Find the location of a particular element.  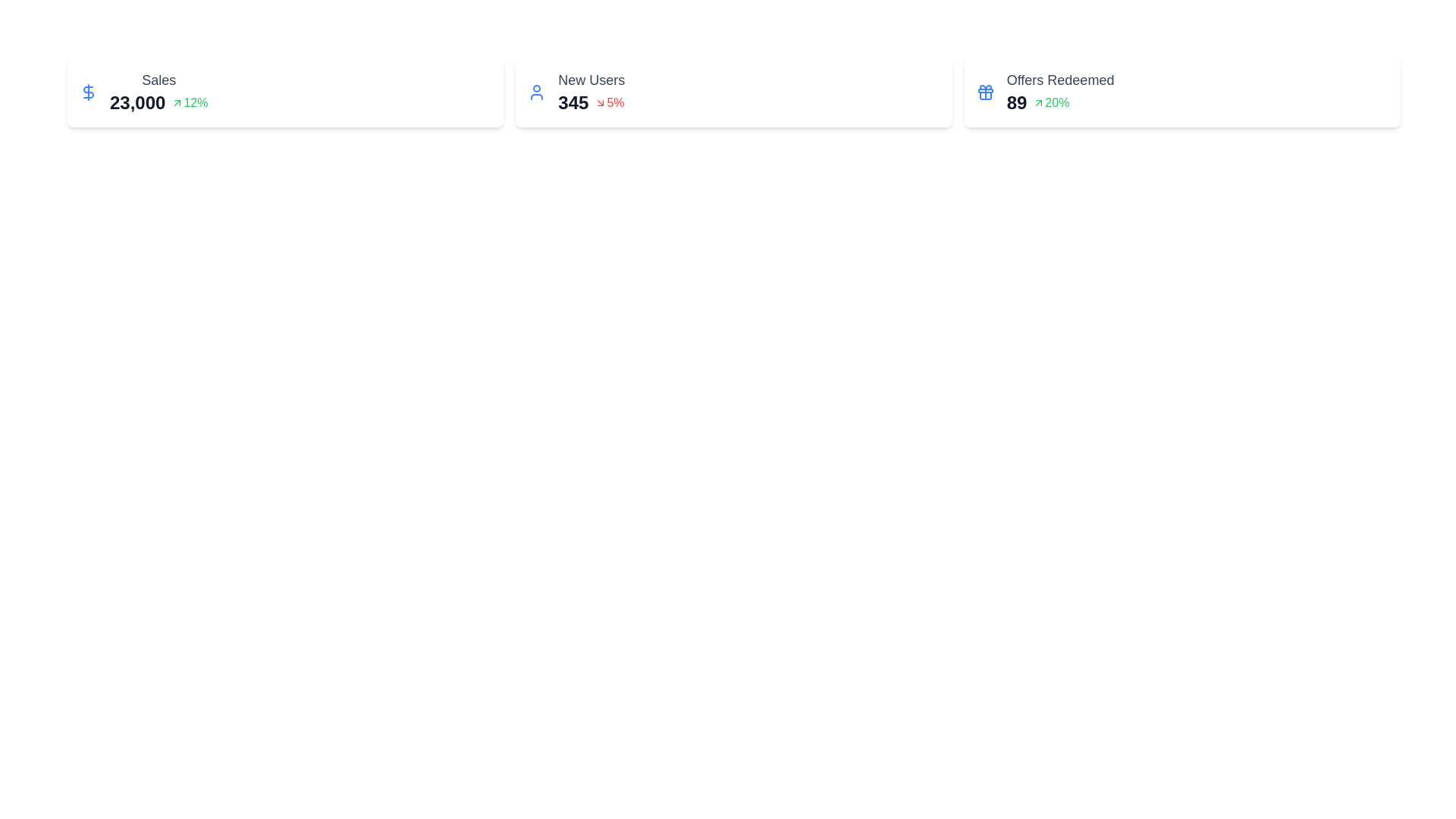

the Summary card that presents statistical information about 'New Users', which is the second card in a grid layout, located centrally between 'Sales' and 'Offers Redeemed' is located at coordinates (734, 93).